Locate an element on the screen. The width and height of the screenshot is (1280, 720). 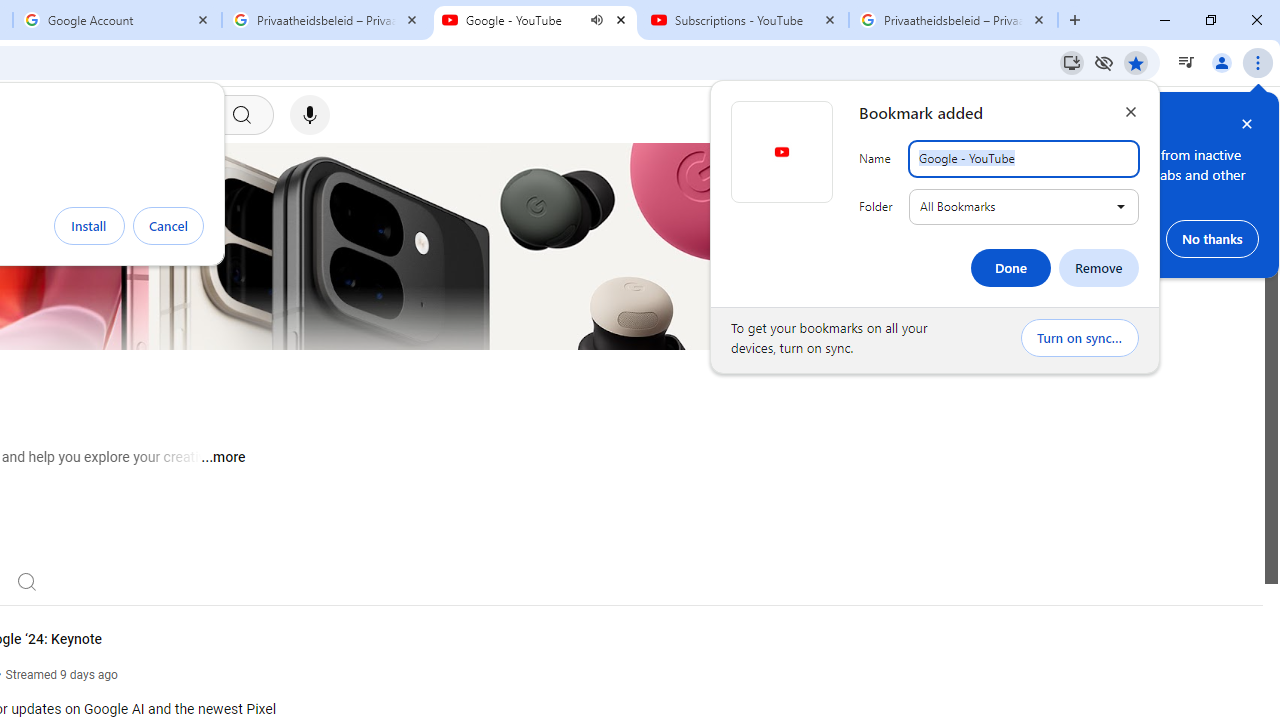
'Remove' is located at coordinates (1097, 267).